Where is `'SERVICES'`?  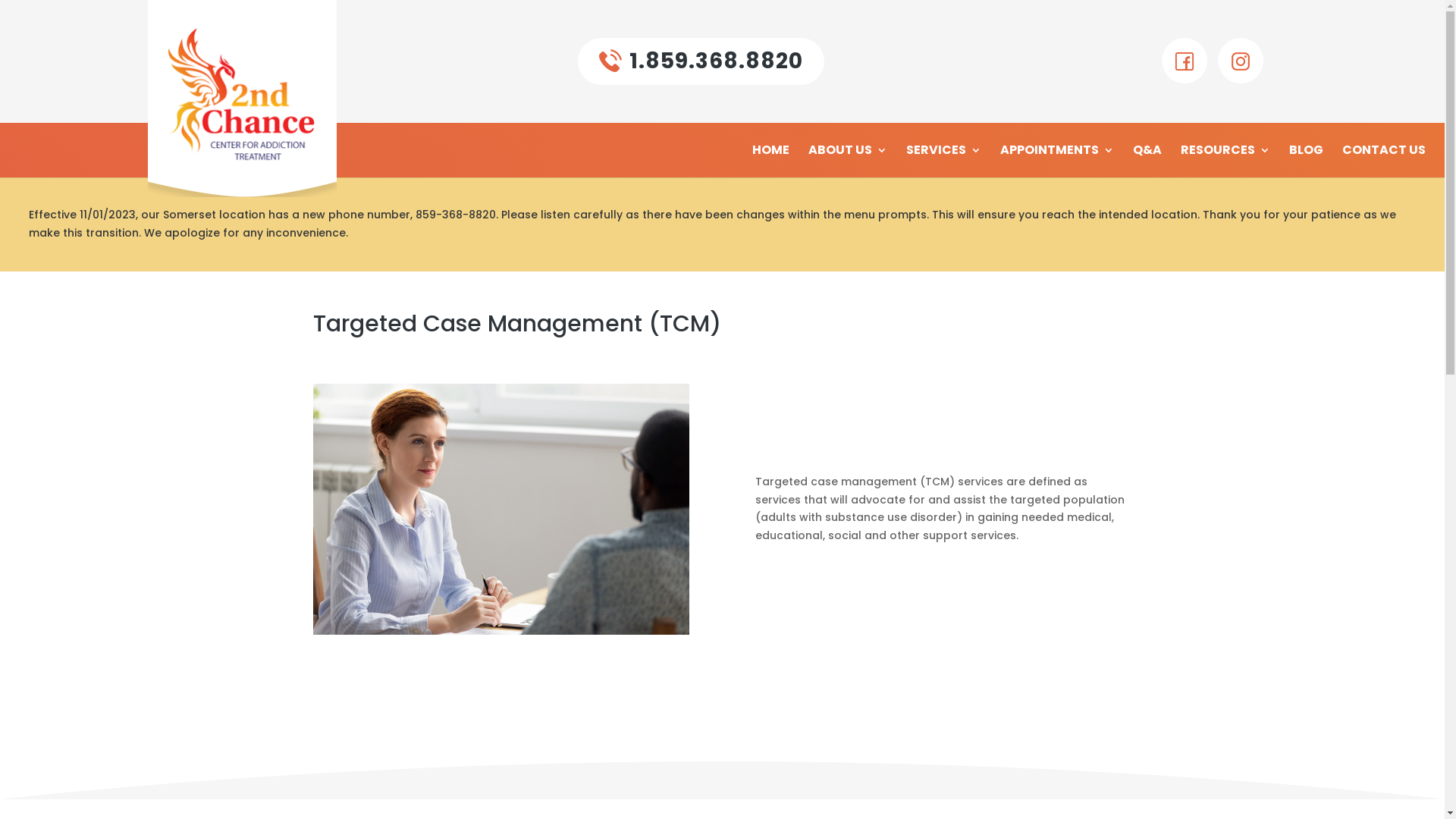
'SERVICES' is located at coordinates (906, 161).